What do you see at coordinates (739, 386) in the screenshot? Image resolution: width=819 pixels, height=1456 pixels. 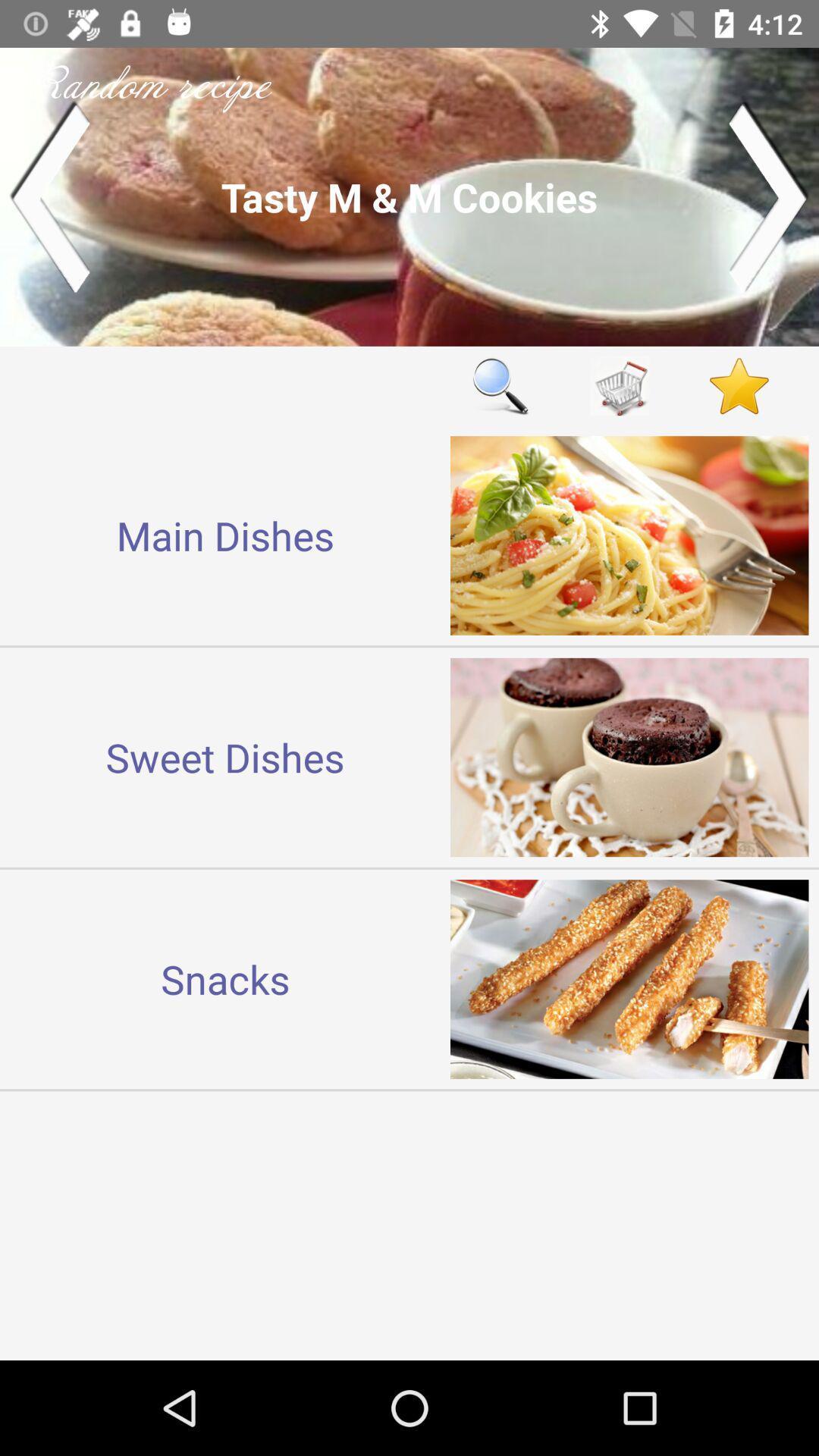 I see `favorite` at bounding box center [739, 386].